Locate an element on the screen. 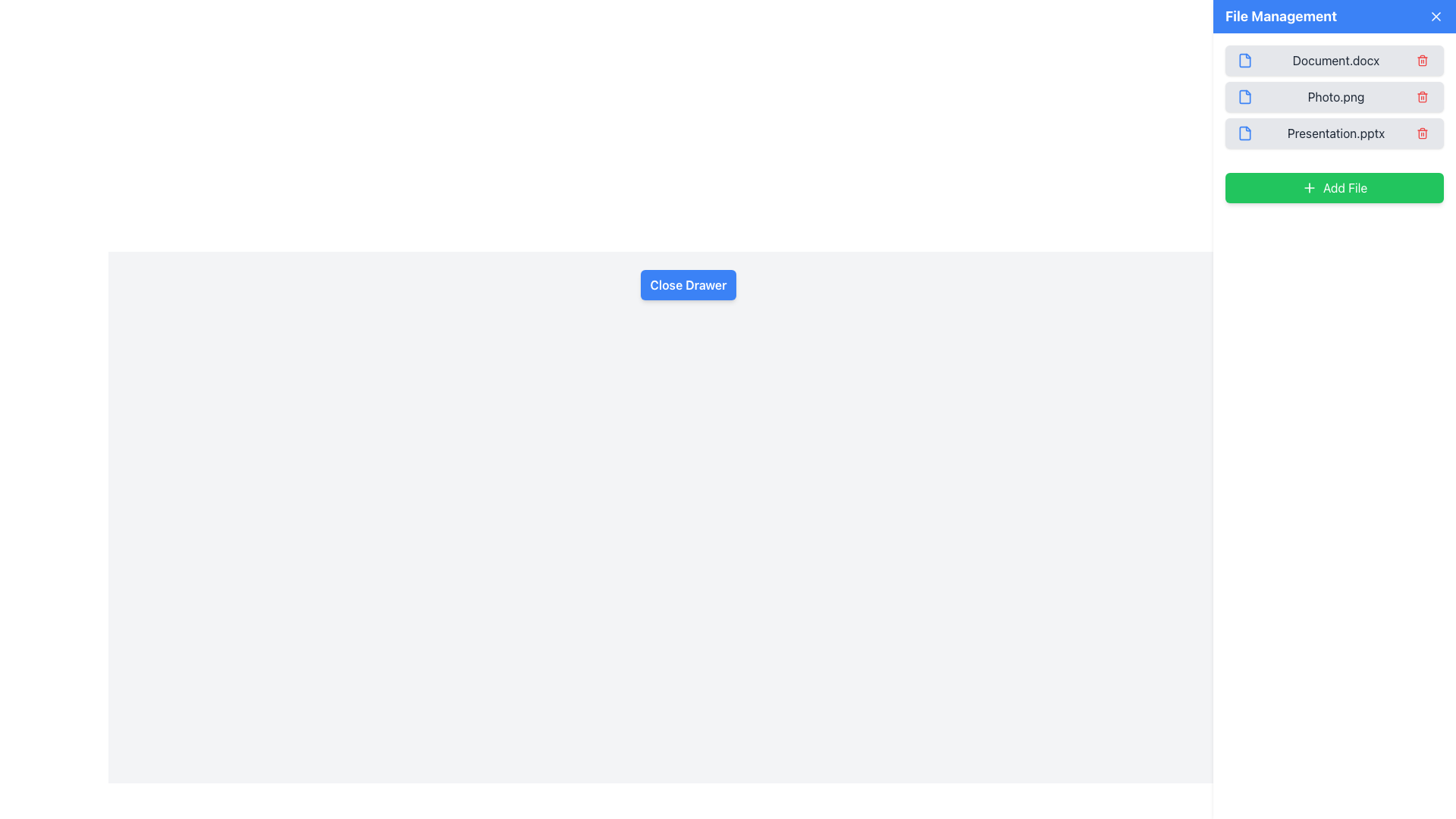 This screenshot has height=819, width=1456. the 'Add File' button with a green background and rounded edges located at the bottom of the 'File Management' panel is located at coordinates (1335, 187).